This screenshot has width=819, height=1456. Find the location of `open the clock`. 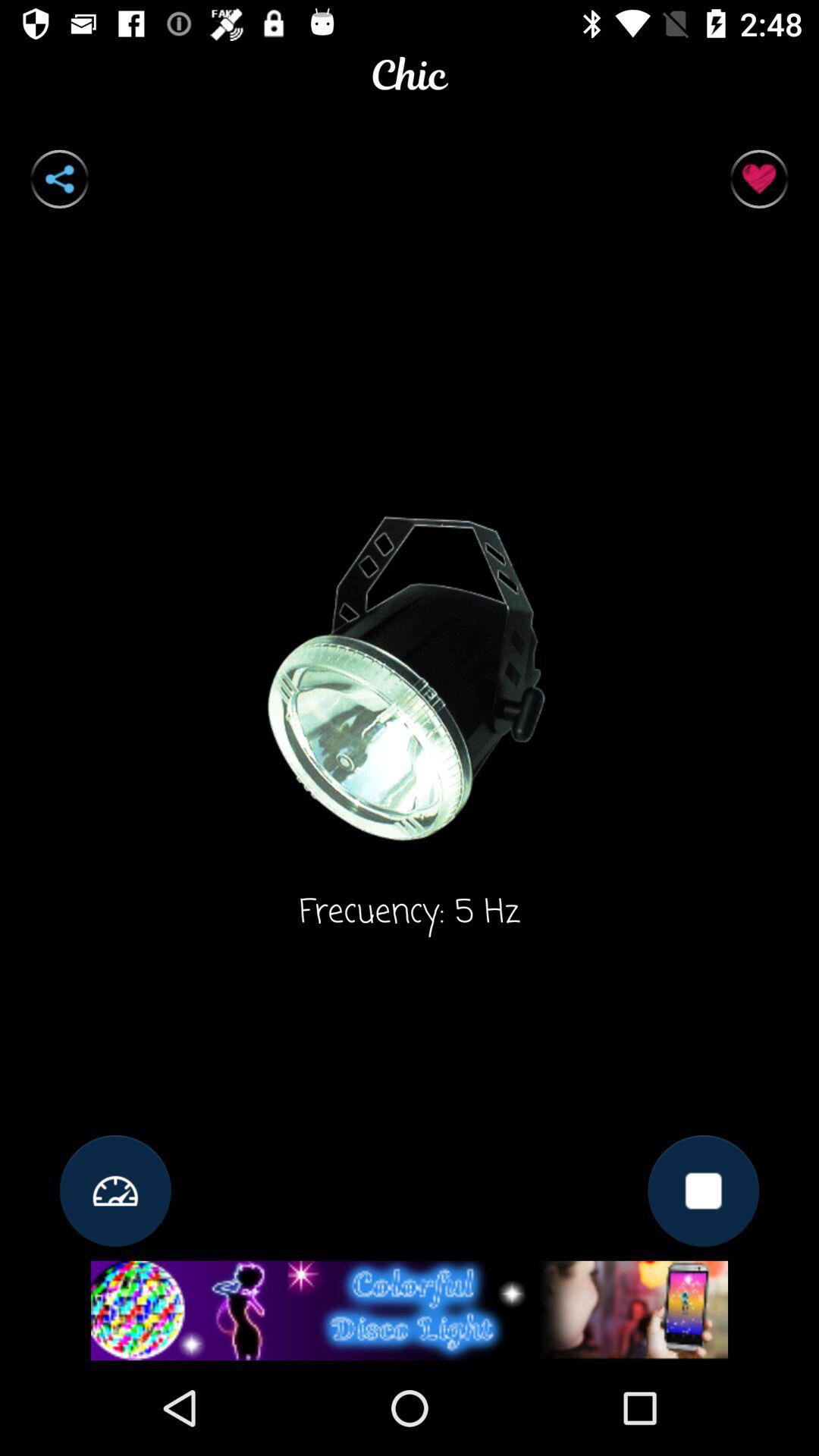

open the clock is located at coordinates (115, 1190).